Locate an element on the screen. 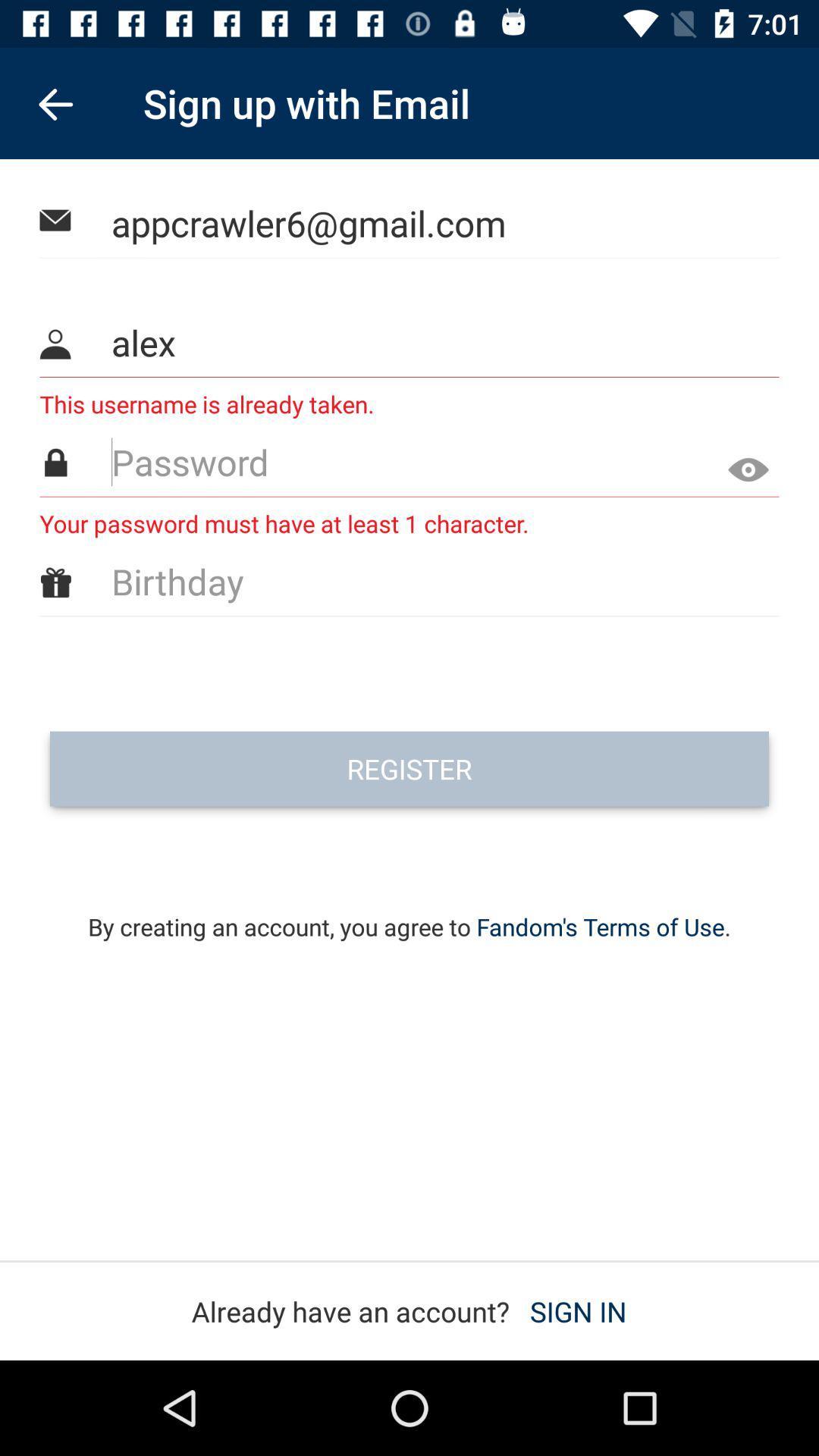  icon below register is located at coordinates (409, 906).